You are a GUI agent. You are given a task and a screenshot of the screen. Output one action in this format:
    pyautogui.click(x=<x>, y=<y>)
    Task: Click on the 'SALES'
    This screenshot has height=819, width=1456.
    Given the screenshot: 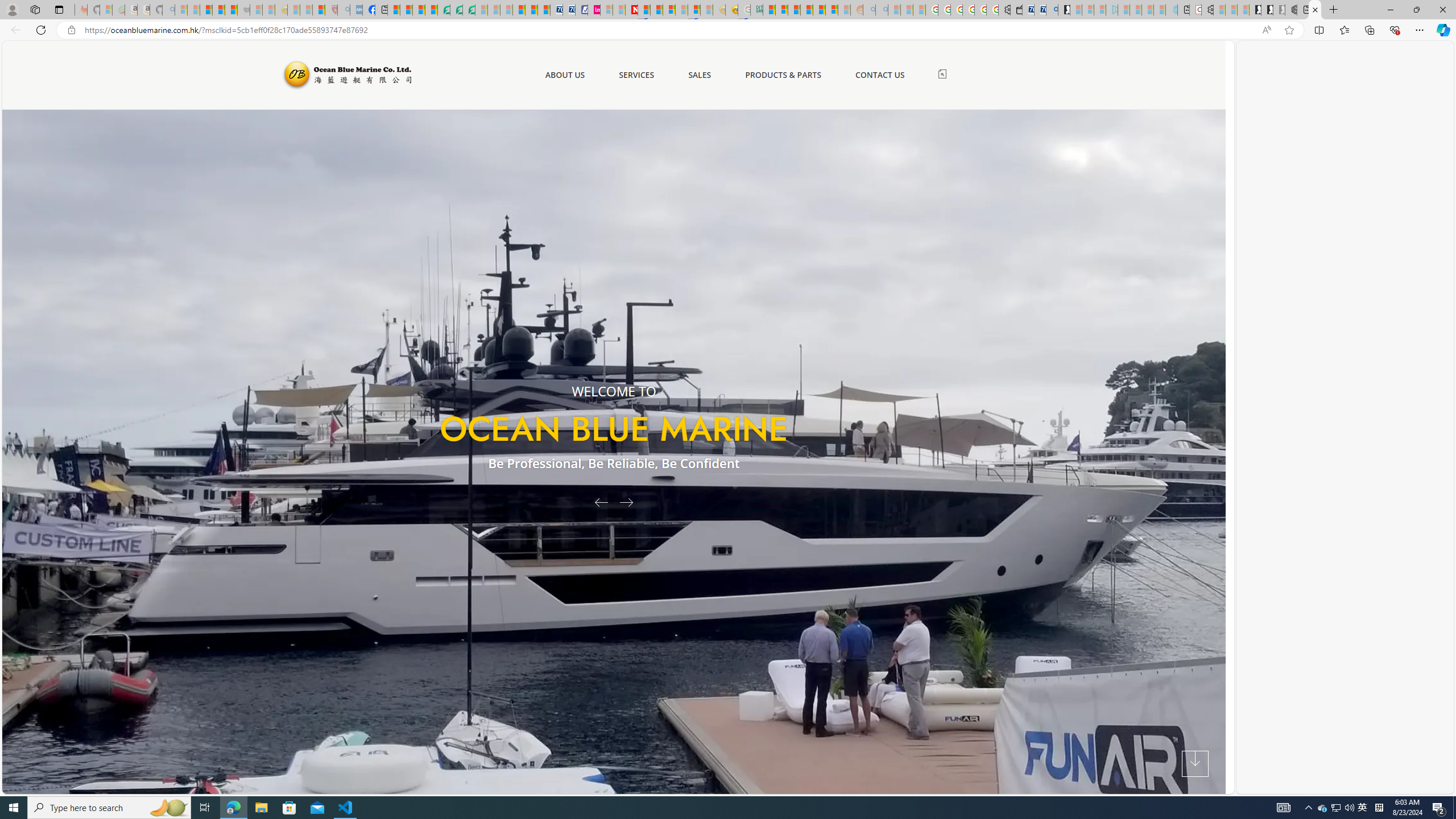 What is the action you would take?
    pyautogui.click(x=700, y=75)
    